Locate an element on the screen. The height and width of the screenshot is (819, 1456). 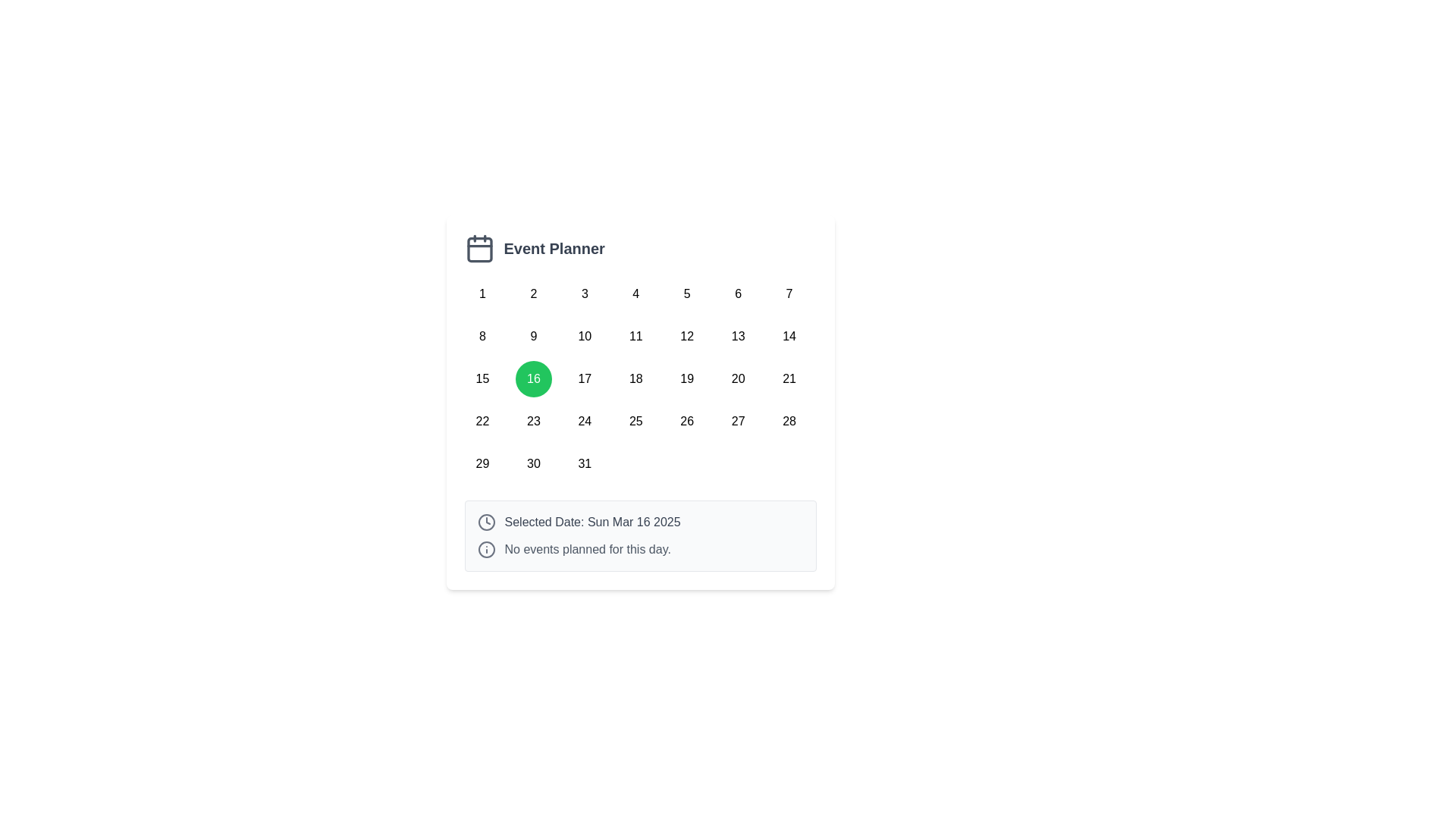
the decorative icon next to the text 'Selected Date: Sun Mar 16 2025' which is located at the leftmost side of the row is located at coordinates (486, 522).